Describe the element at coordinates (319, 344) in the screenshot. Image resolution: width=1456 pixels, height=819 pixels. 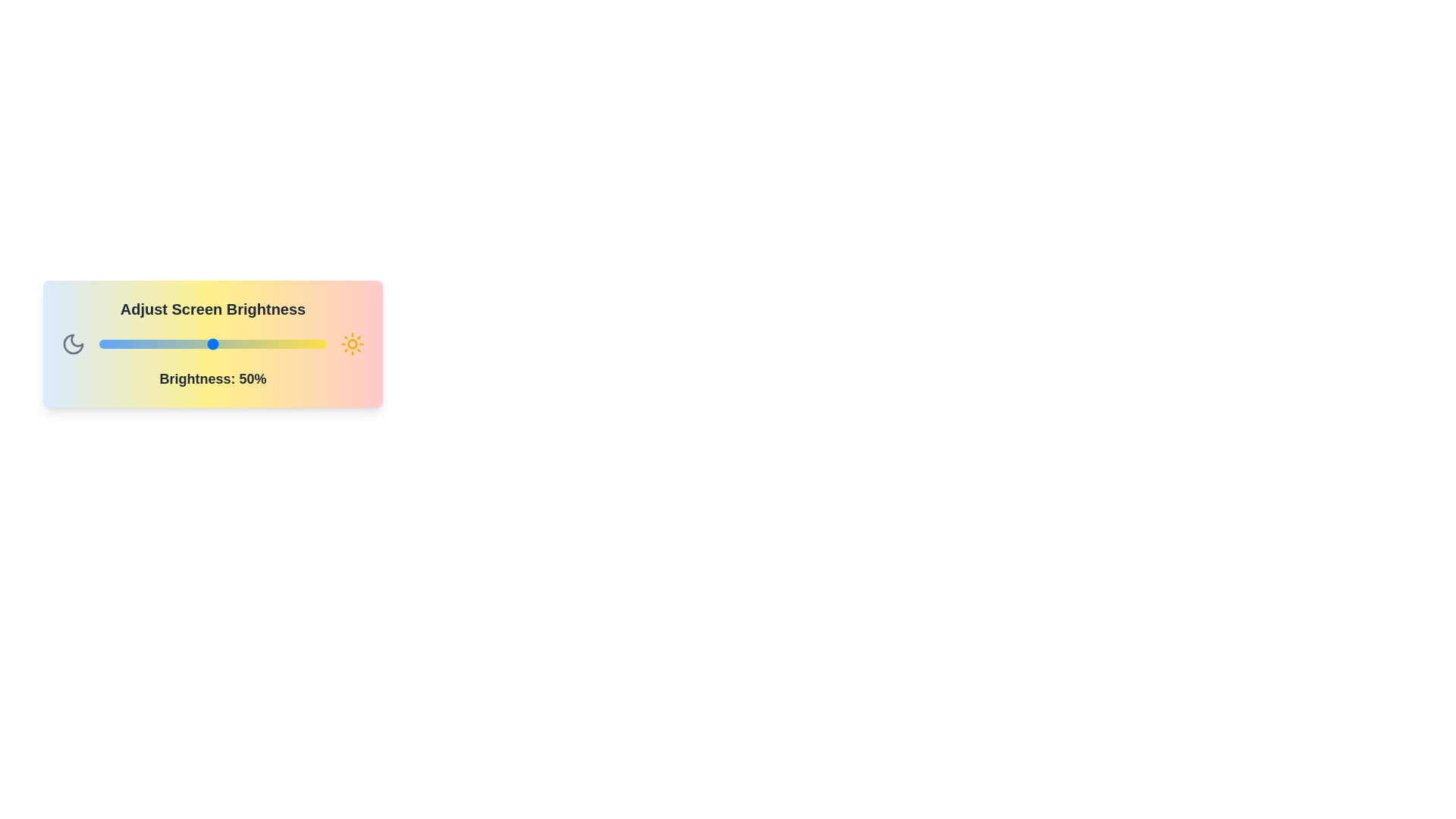
I see `the brightness slider to set the brightness to 97%` at that location.